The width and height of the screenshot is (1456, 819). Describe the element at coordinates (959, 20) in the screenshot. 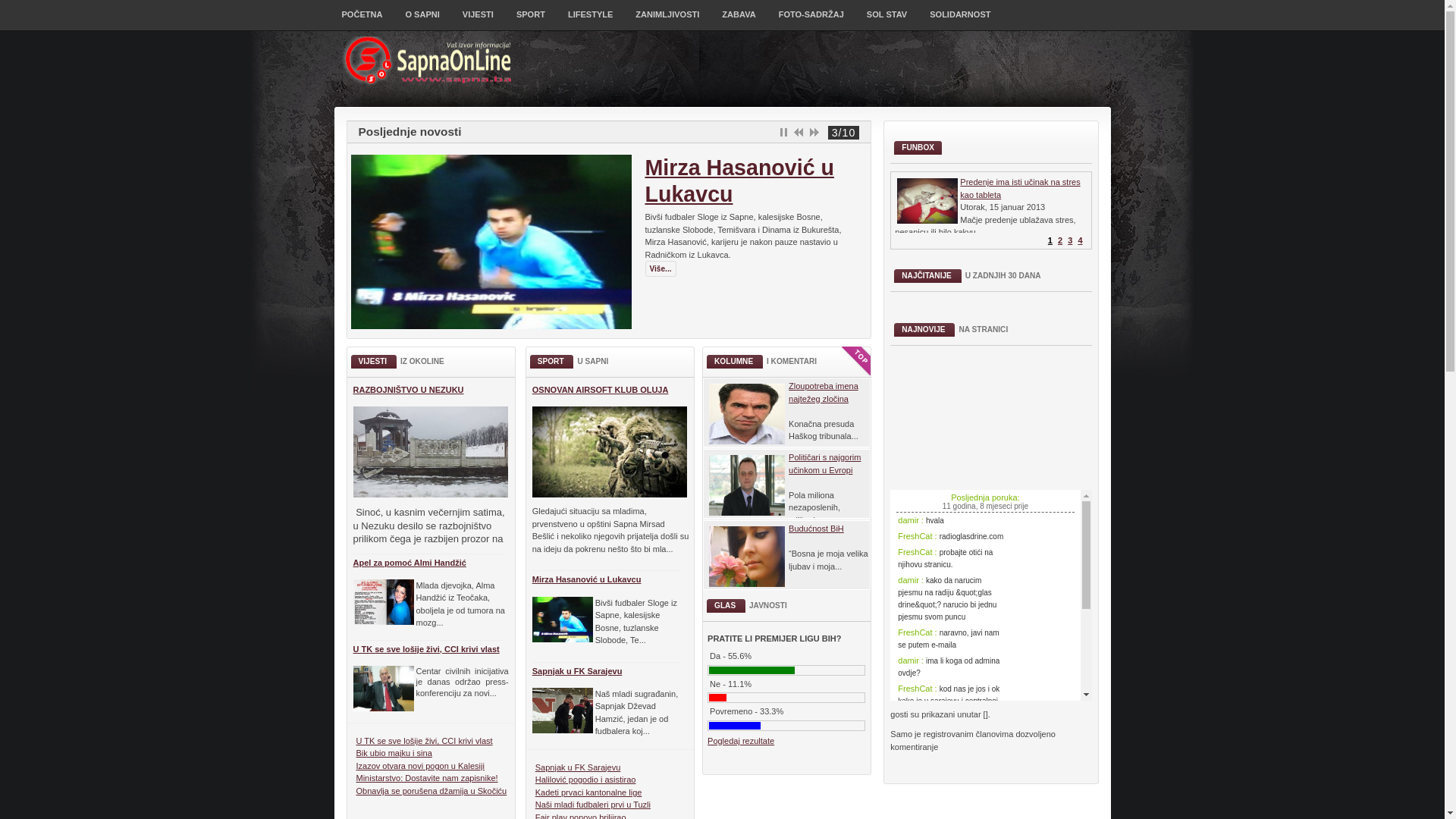

I see `'SOLIDARNOST'` at that location.